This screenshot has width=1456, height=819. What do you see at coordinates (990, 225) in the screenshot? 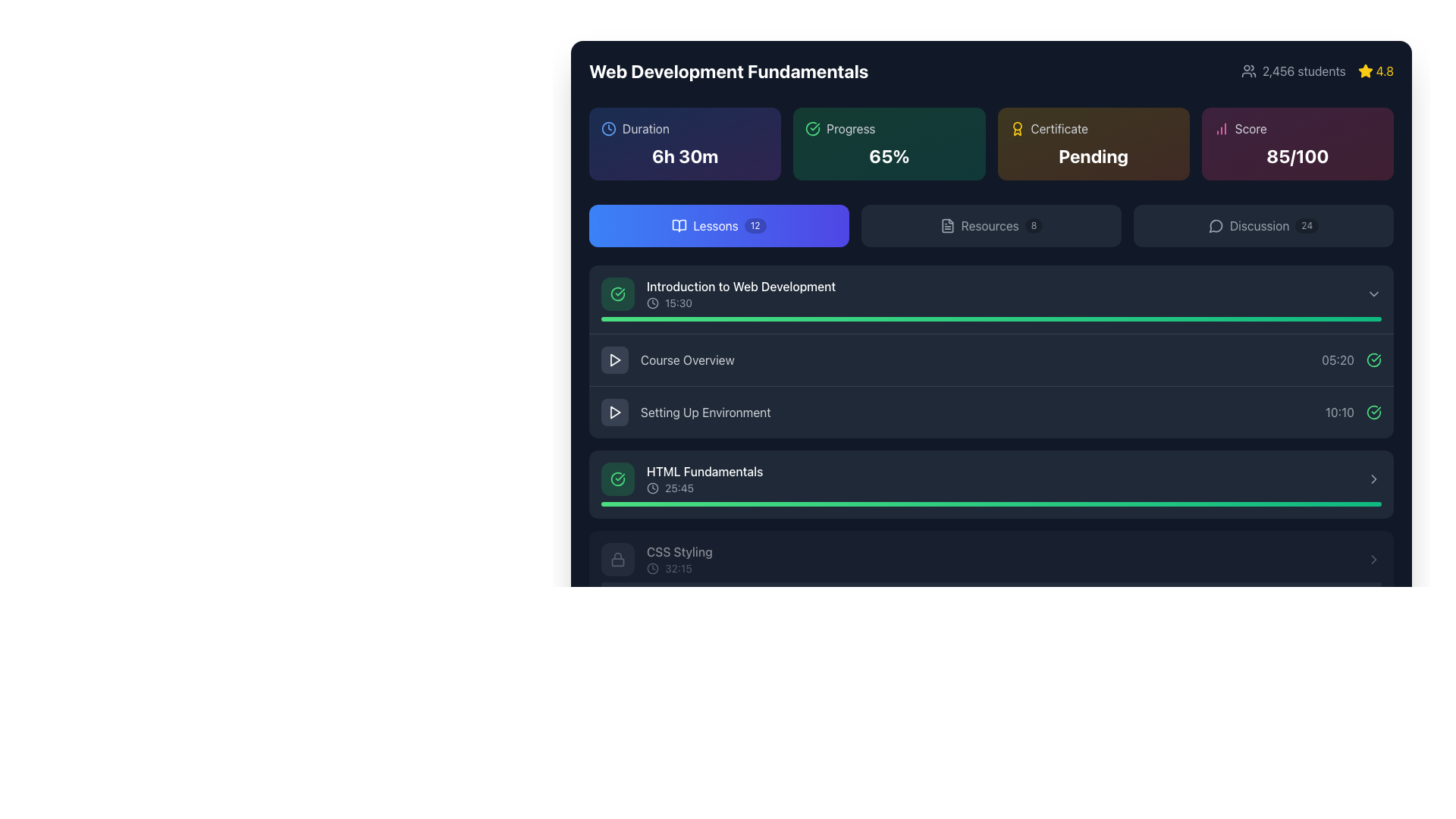
I see `the navigational text label for 'Resources' located in the horizontal navigation bar, positioned between 'Lessons' and 'Discussion'` at bounding box center [990, 225].